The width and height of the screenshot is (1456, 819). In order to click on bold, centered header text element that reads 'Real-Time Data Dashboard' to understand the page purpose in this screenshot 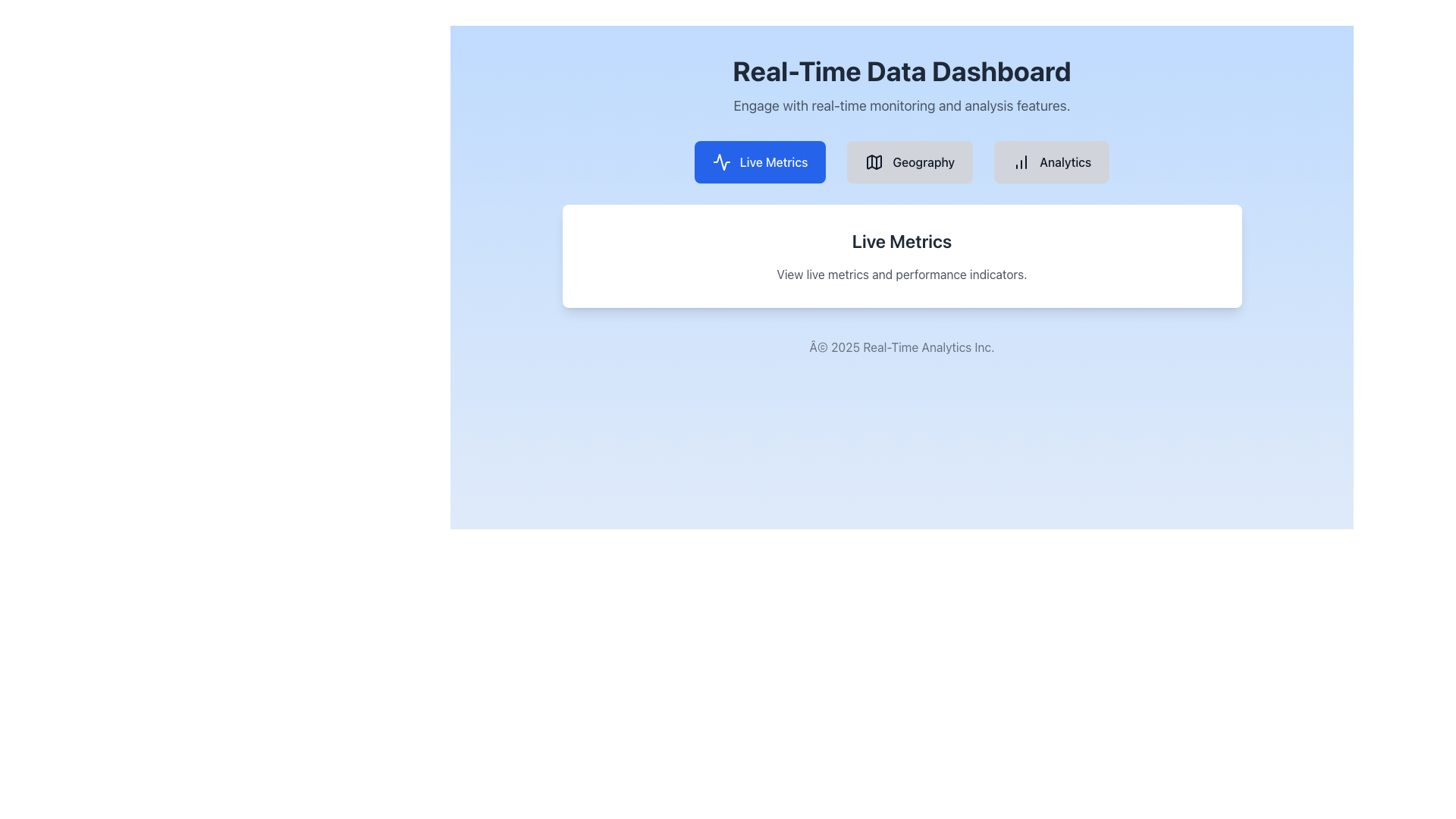, I will do `click(902, 71)`.